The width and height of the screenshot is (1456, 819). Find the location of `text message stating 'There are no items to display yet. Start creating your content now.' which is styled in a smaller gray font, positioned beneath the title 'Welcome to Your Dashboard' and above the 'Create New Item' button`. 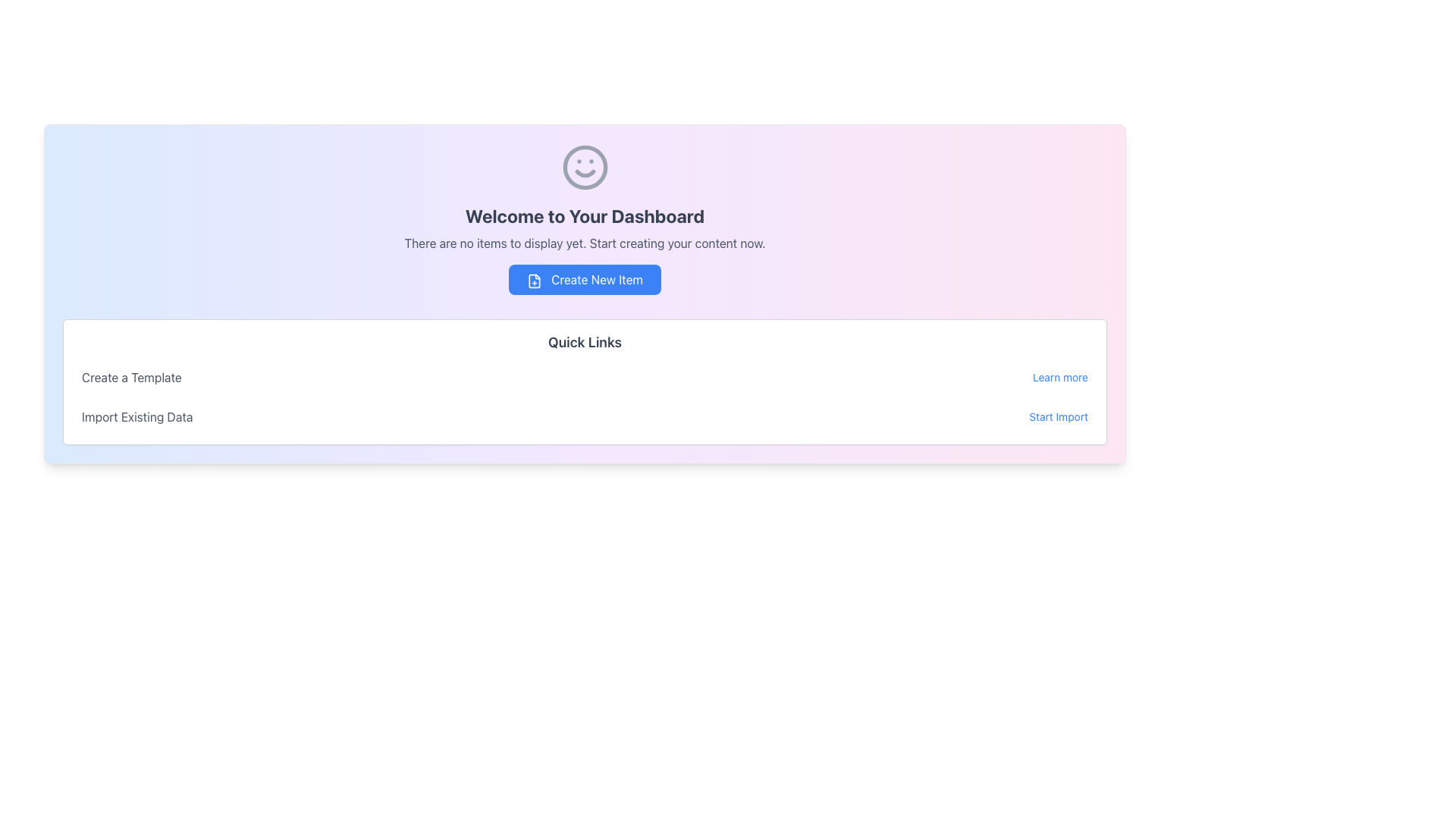

text message stating 'There are no items to display yet. Start creating your content now.' which is styled in a smaller gray font, positioned beneath the title 'Welcome to Your Dashboard' and above the 'Create New Item' button is located at coordinates (584, 242).